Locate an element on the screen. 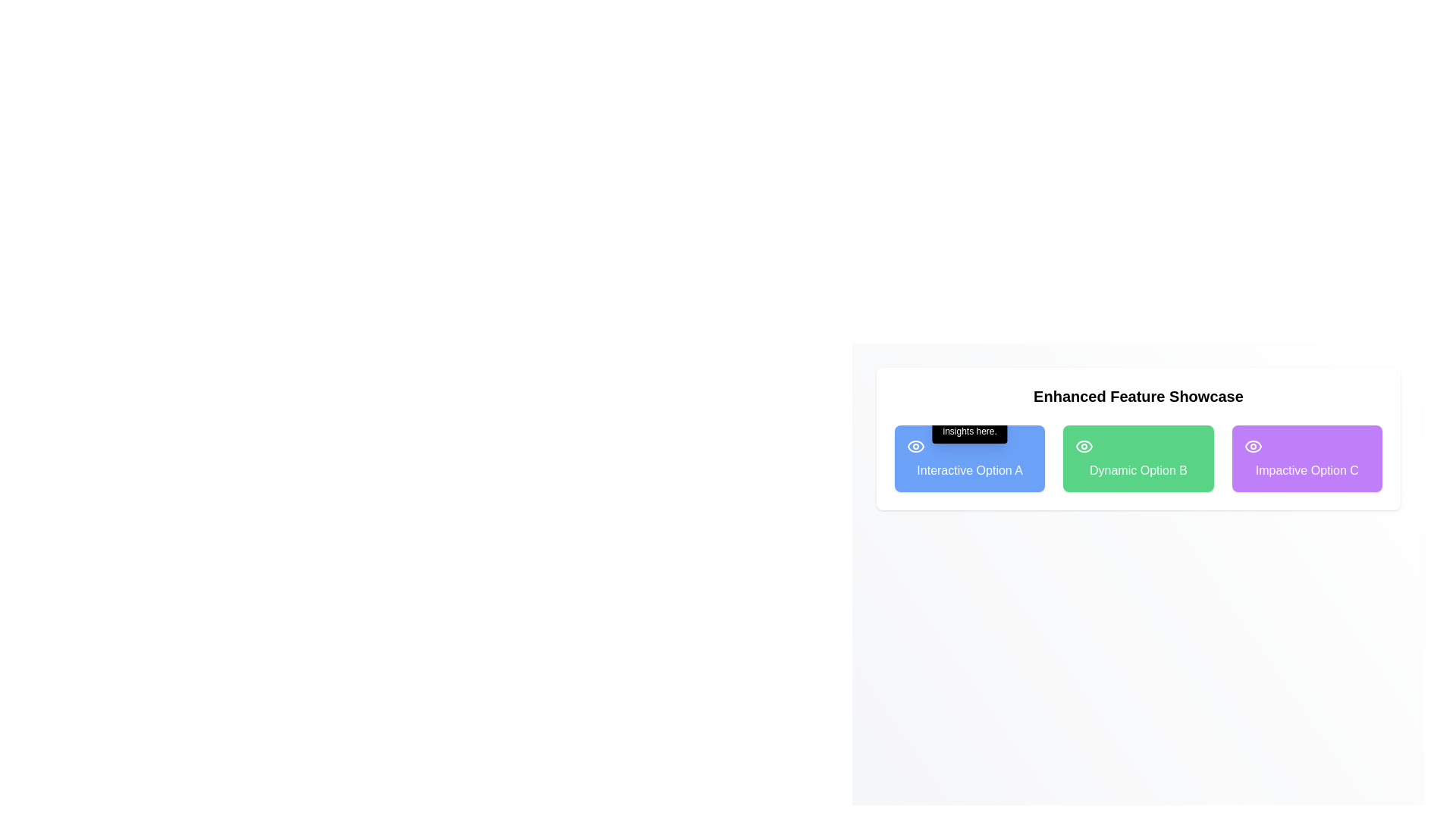  the eye icon located in the 'Impactive Option C' card under 'Enhanced Feature Showcase' is located at coordinates (1253, 446).